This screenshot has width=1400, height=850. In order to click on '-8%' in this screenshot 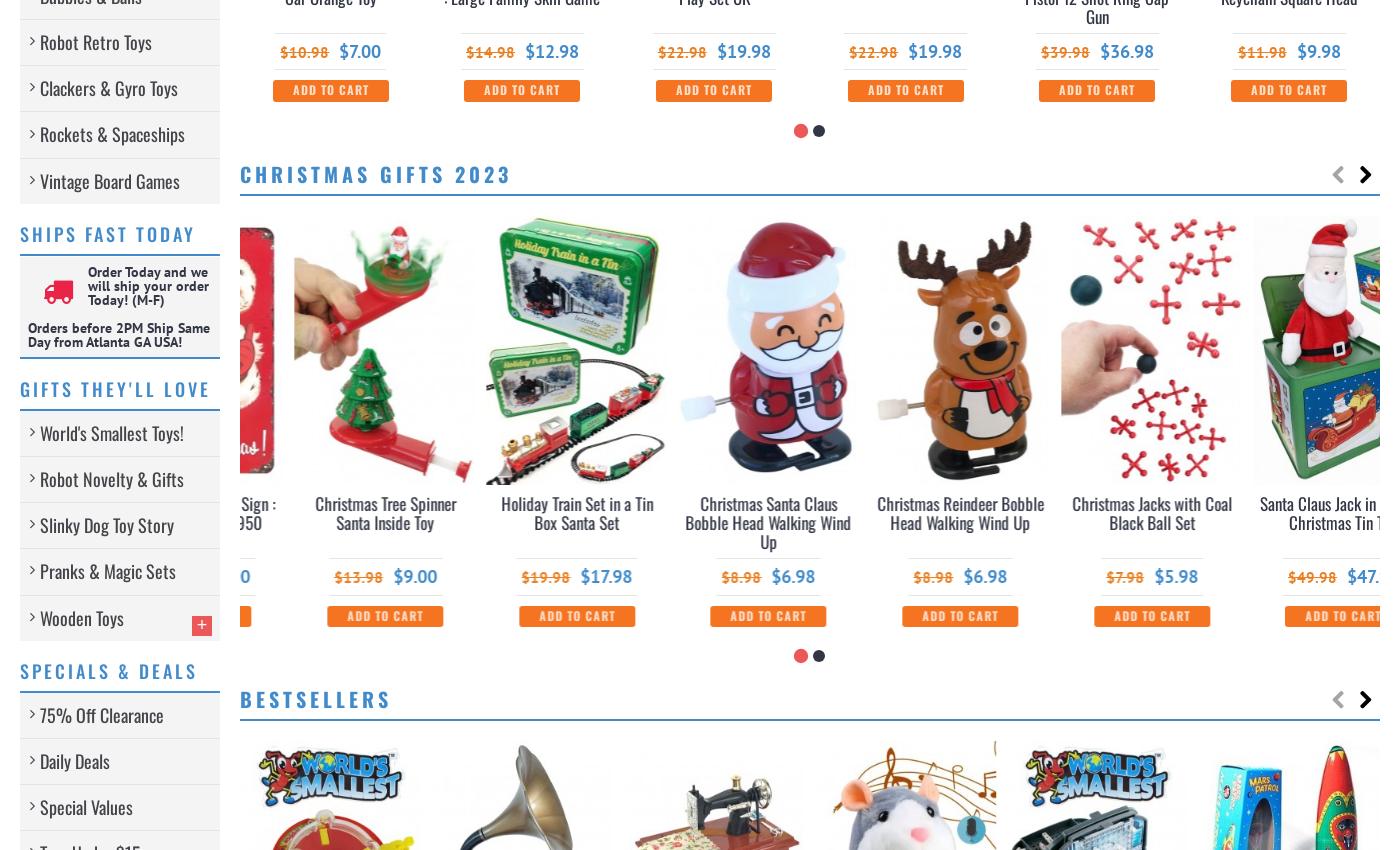, I will do `click(590, 759)`.